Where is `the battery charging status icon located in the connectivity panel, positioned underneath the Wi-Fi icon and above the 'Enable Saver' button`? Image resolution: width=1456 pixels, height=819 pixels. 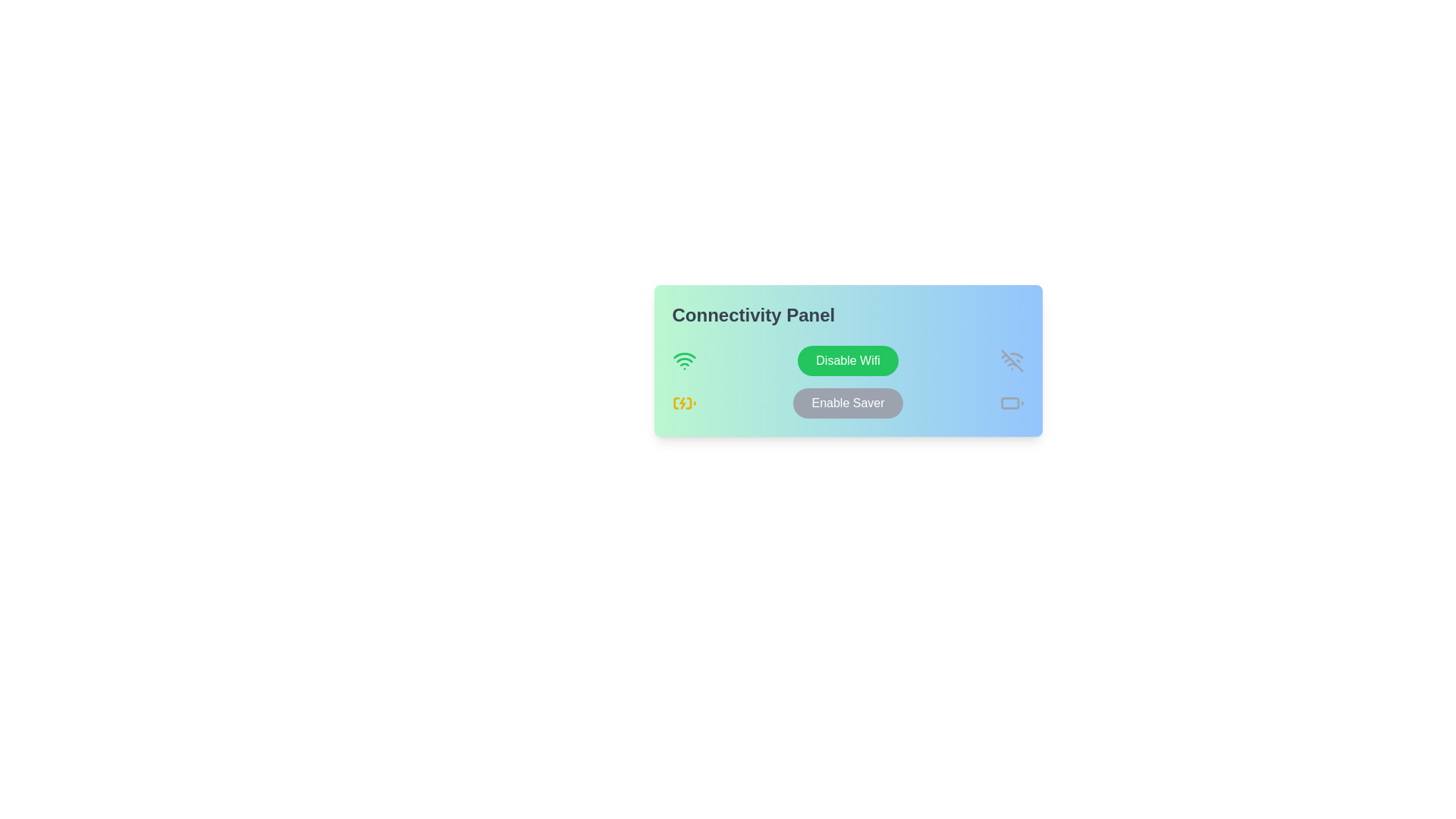 the battery charging status icon located in the connectivity panel, positioned underneath the Wi-Fi icon and above the 'Enable Saver' button is located at coordinates (683, 403).